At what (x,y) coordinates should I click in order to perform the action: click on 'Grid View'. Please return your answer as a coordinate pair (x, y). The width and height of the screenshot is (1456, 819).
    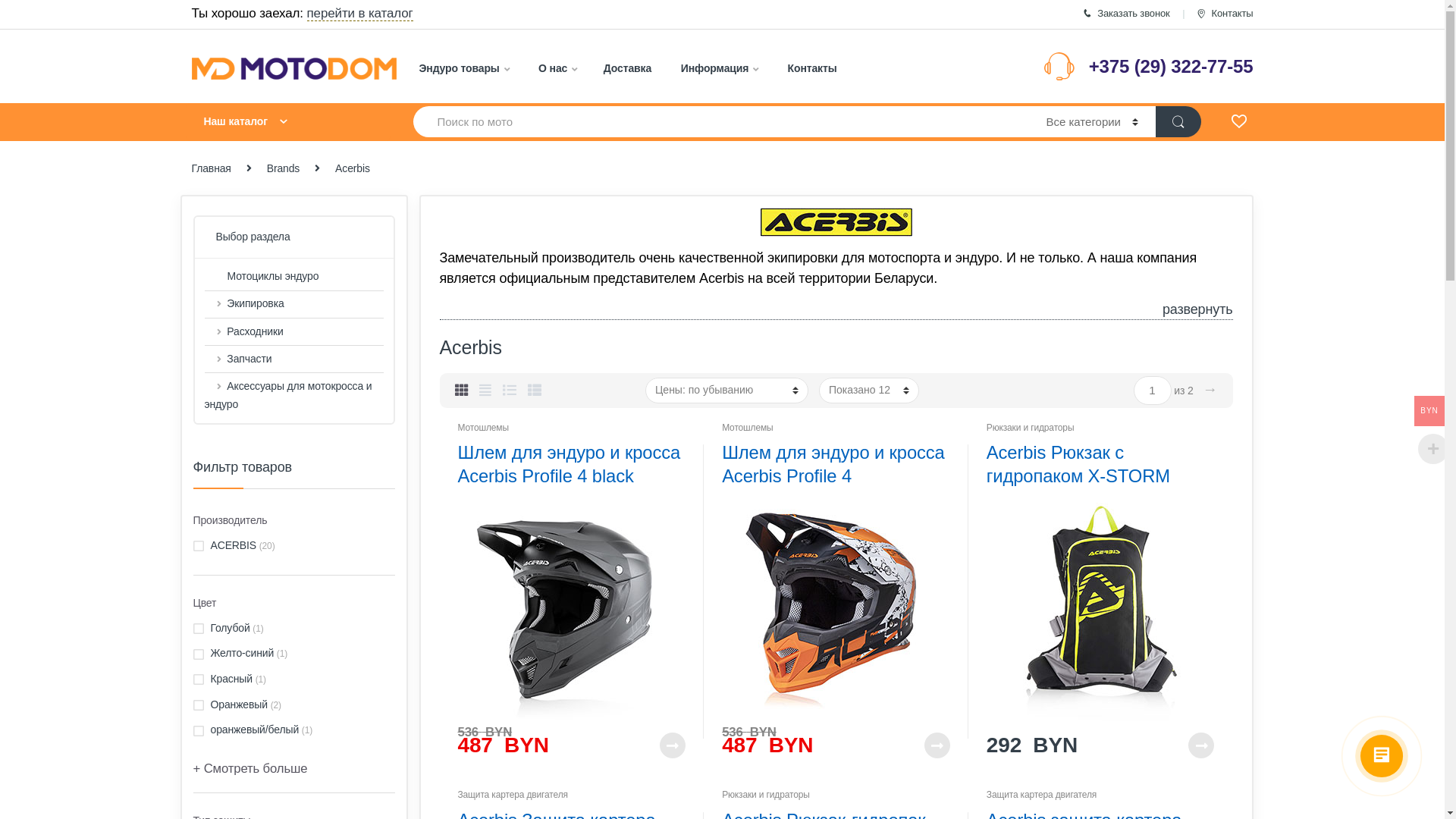
    Looking at the image, I should click on (454, 390).